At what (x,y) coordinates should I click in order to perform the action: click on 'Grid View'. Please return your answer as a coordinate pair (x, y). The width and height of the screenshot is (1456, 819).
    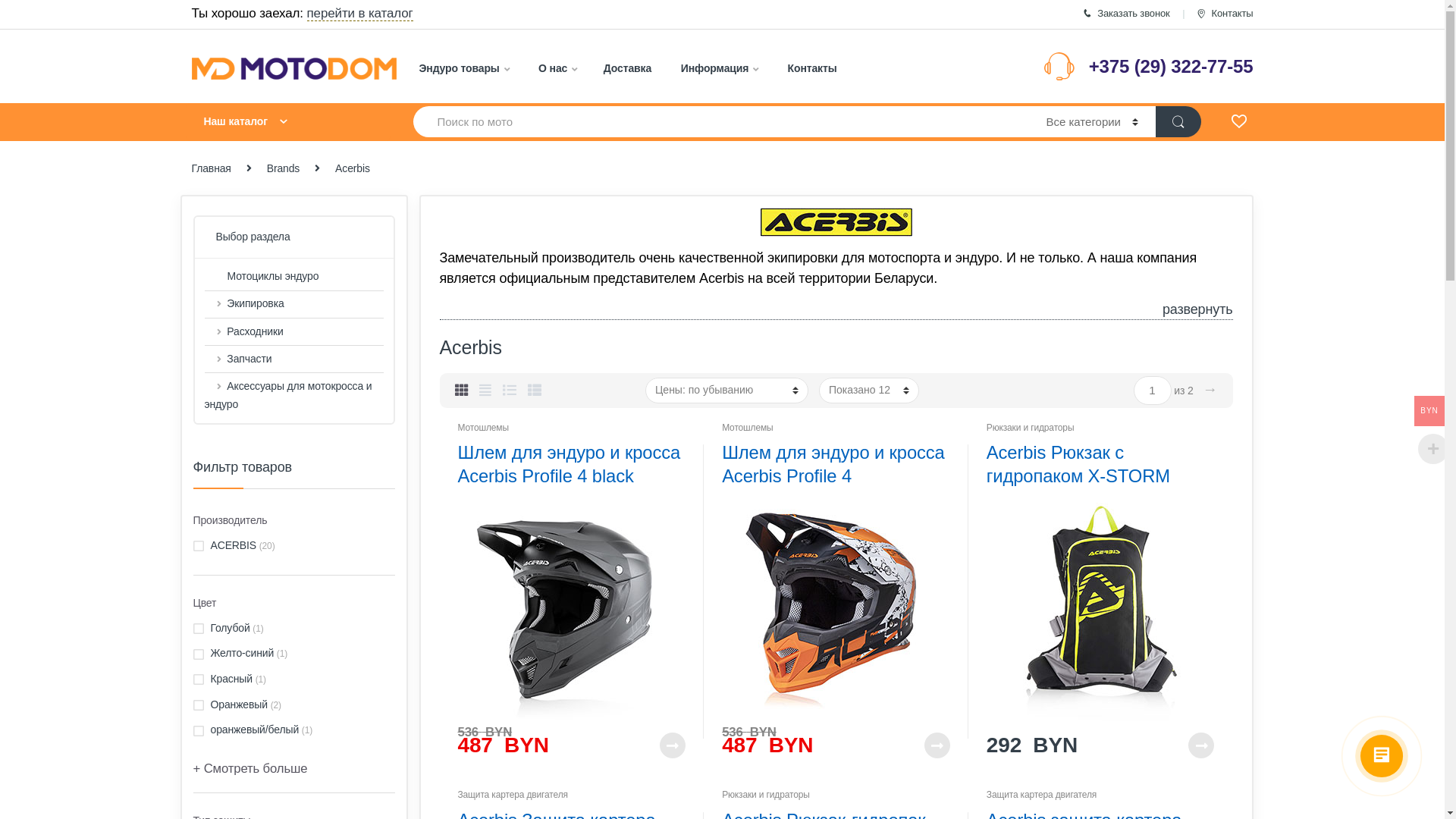
    Looking at the image, I should click on (454, 390).